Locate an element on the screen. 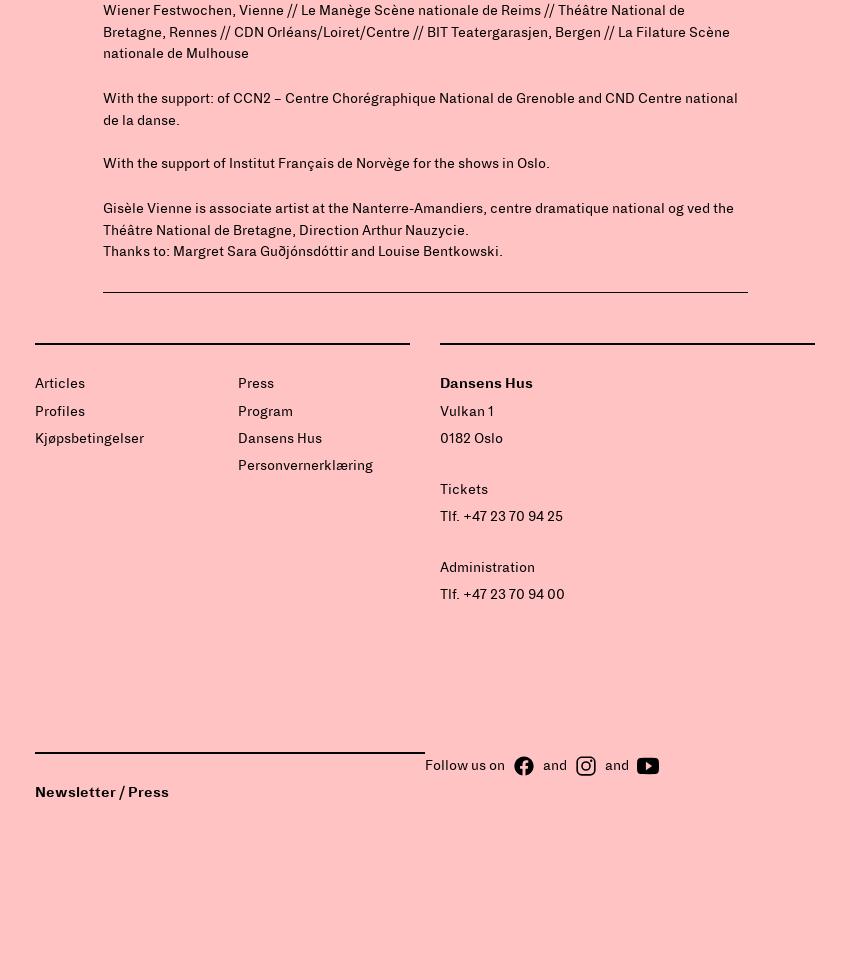 The image size is (850, 979). 'Tickets' is located at coordinates (463, 488).